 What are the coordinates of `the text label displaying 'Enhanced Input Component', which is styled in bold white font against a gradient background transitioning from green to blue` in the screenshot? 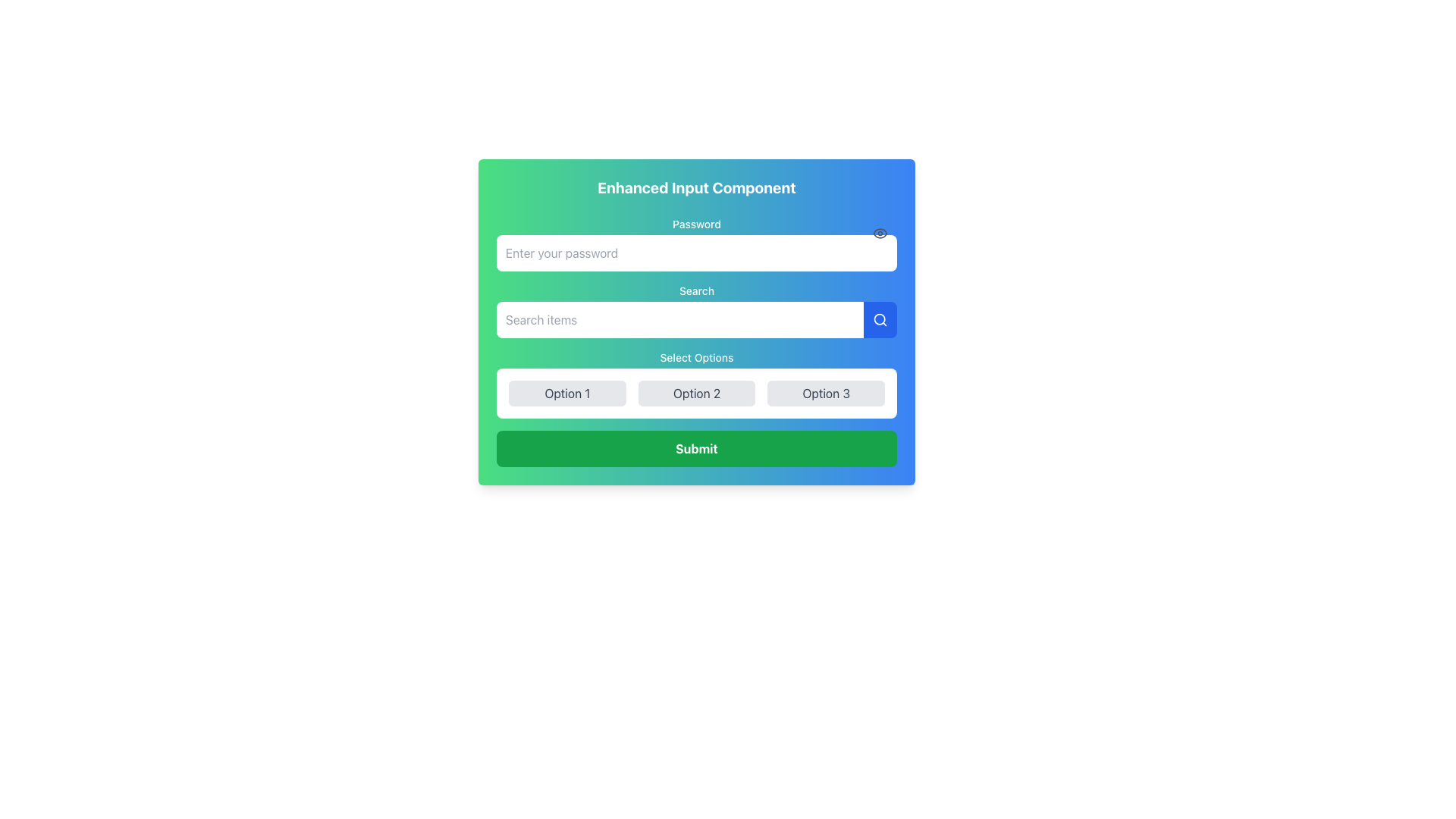 It's located at (695, 187).